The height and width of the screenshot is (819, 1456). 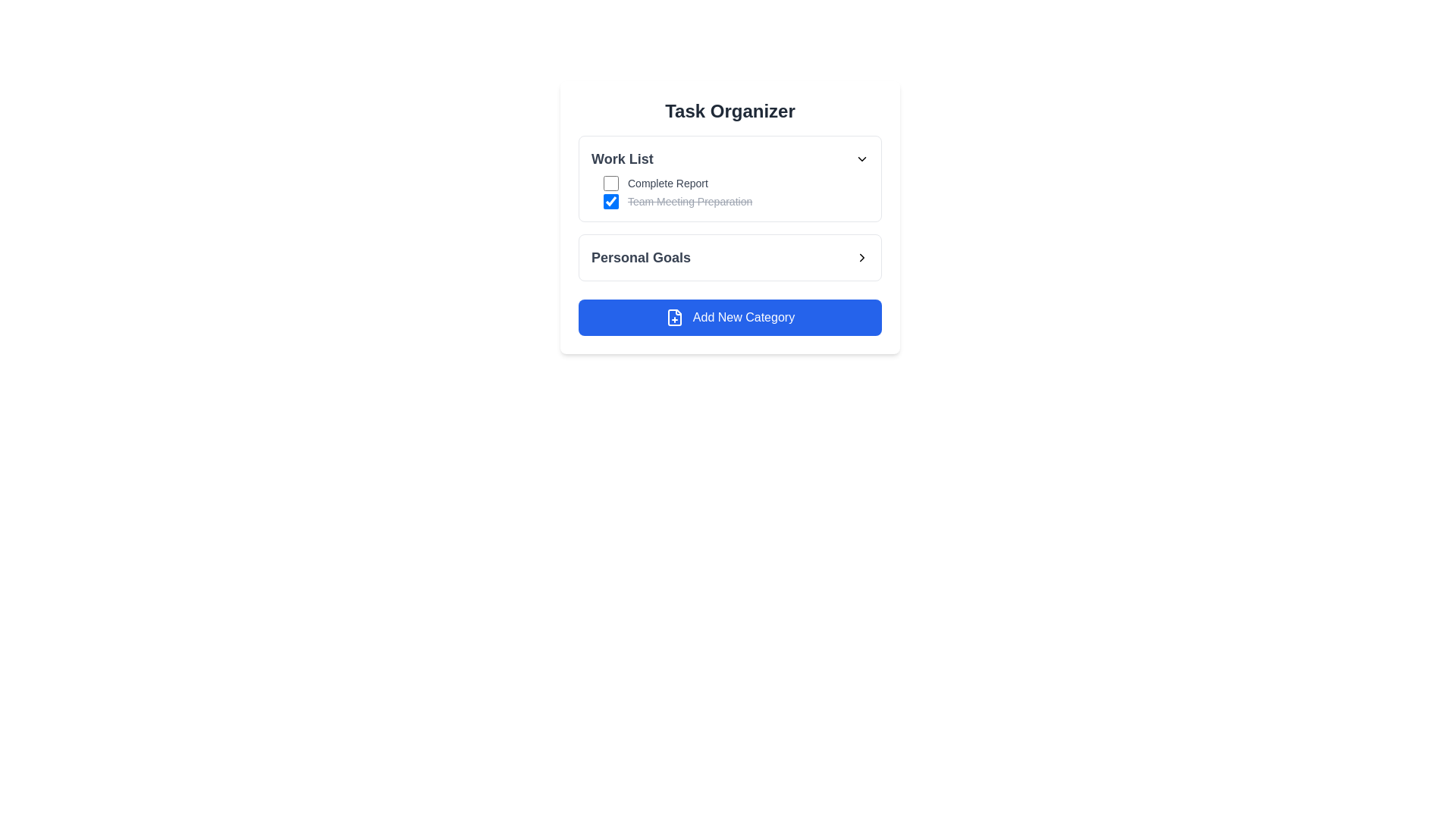 What do you see at coordinates (730, 317) in the screenshot?
I see `the 'Add New Category' button, which has a blue background, rounded corners, and a white document with a plus sign icon, located below the 'Personal Goals' section` at bounding box center [730, 317].